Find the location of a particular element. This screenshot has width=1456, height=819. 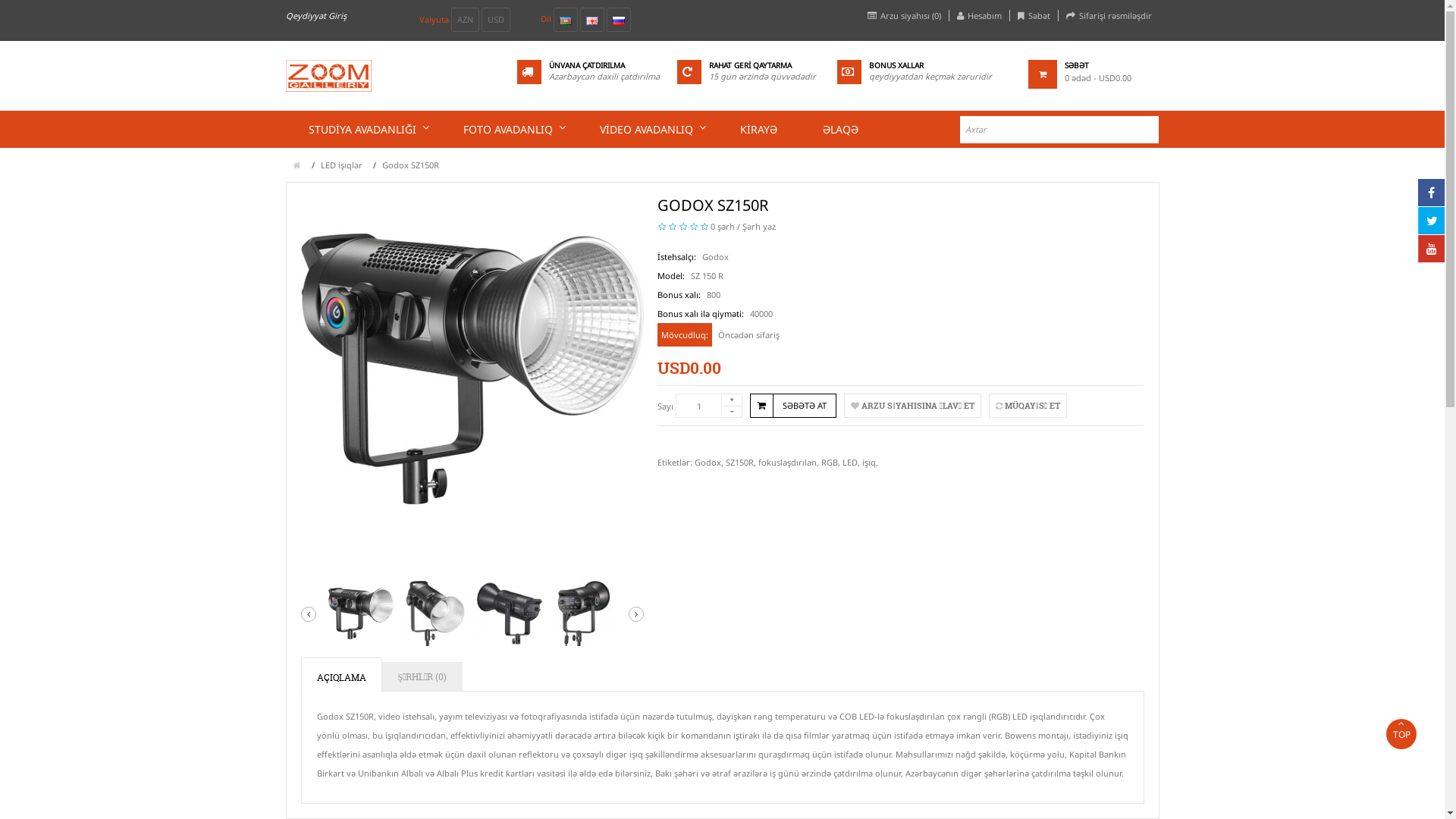

'Godox SZ150R' is located at coordinates (582, 613).